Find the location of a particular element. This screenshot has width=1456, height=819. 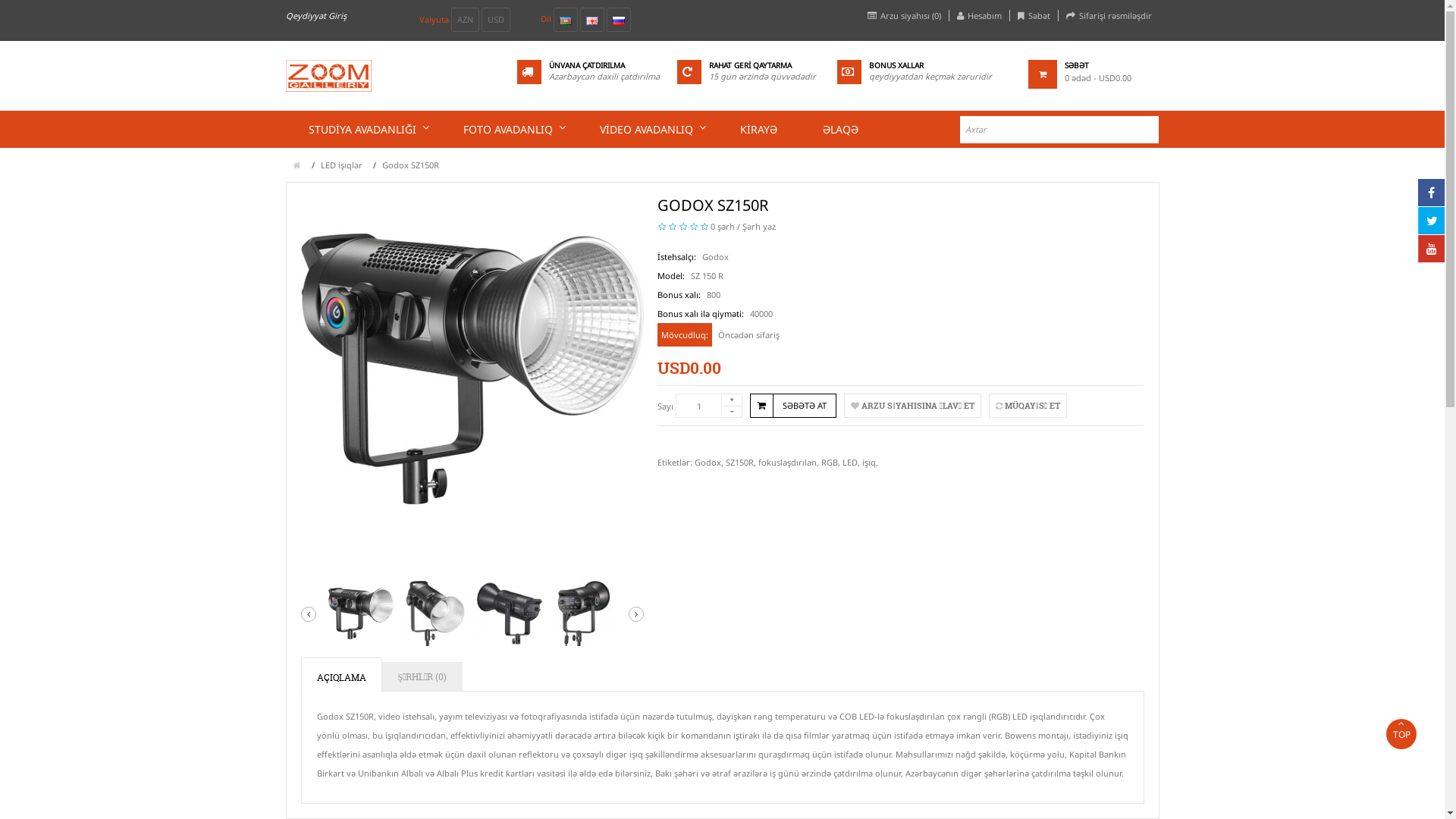

'Godox SZ150R' is located at coordinates (582, 613).